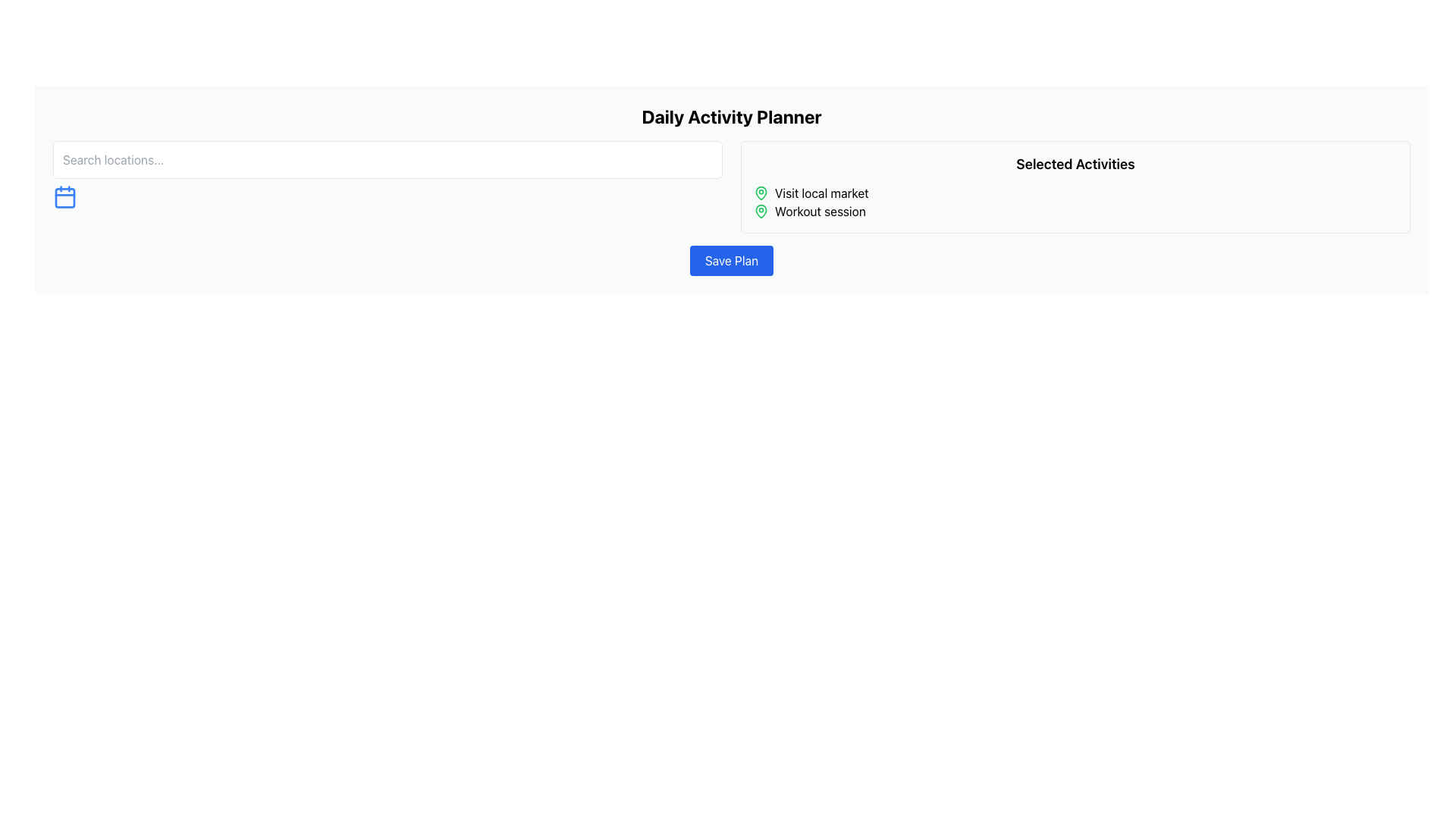  Describe the element at coordinates (761, 210) in the screenshot. I see `the geographic location icon located to the left of the text 'Visit local market' in the 'Selected Activities' section of the interface` at that location.